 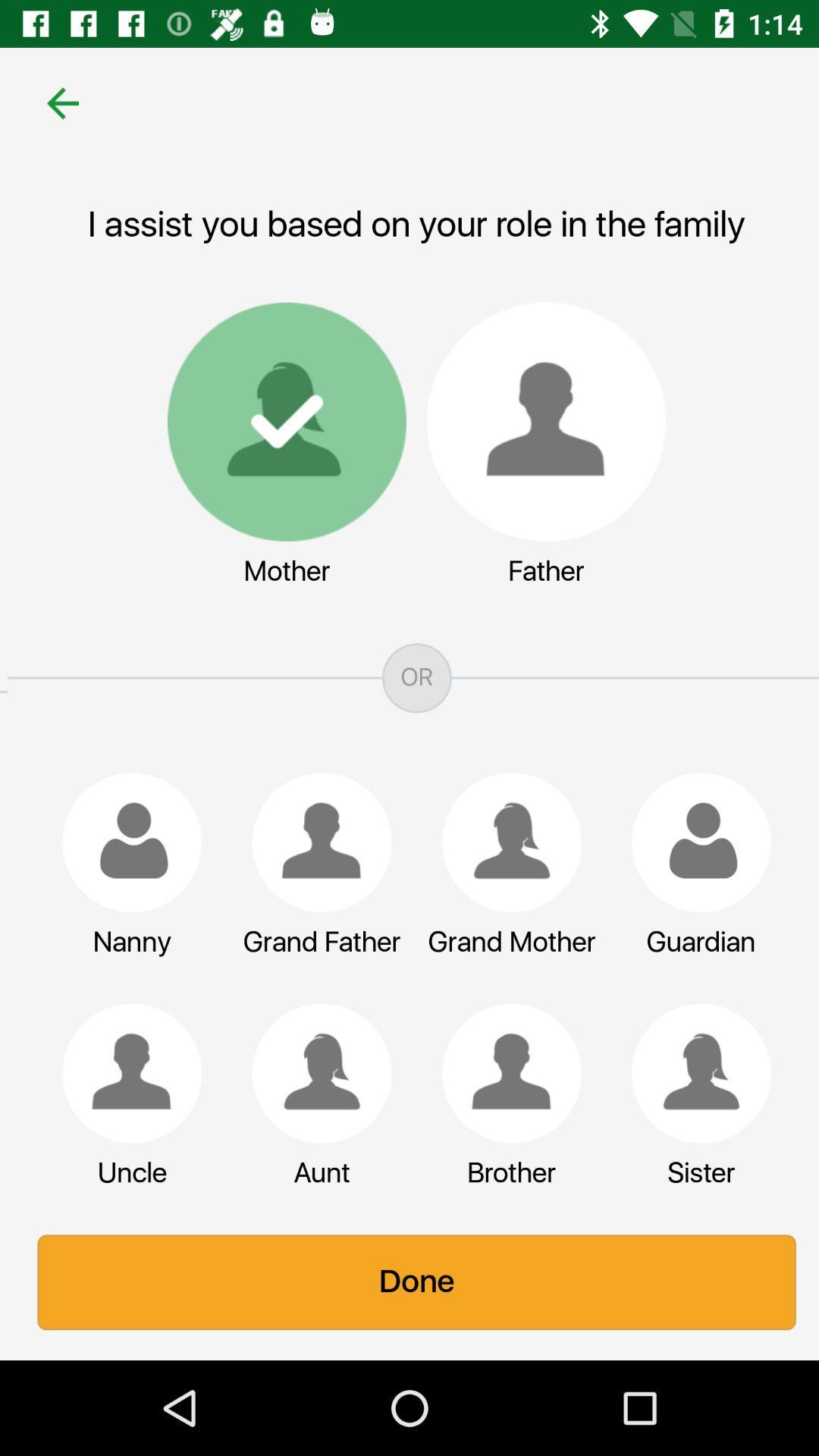 I want to click on the item to the right of grand mother icon, so click(x=694, y=842).